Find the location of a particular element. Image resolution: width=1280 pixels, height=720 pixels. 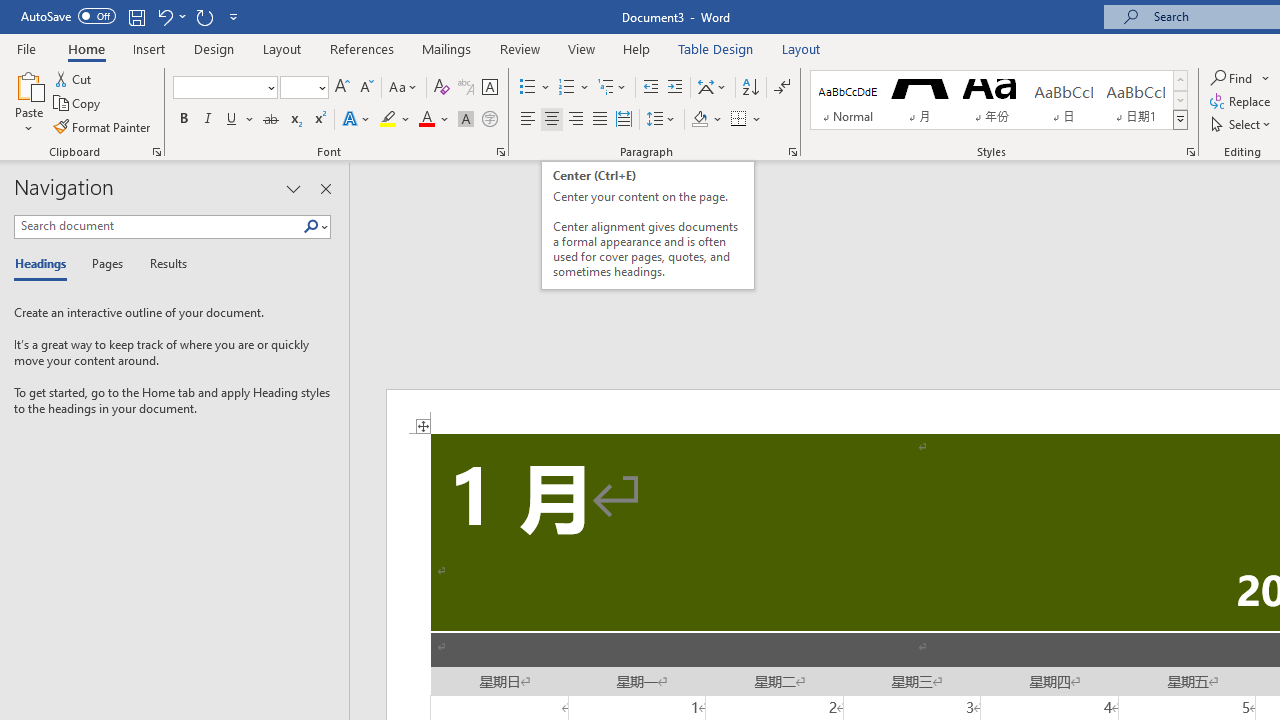

'Character Shading' is located at coordinates (464, 119).